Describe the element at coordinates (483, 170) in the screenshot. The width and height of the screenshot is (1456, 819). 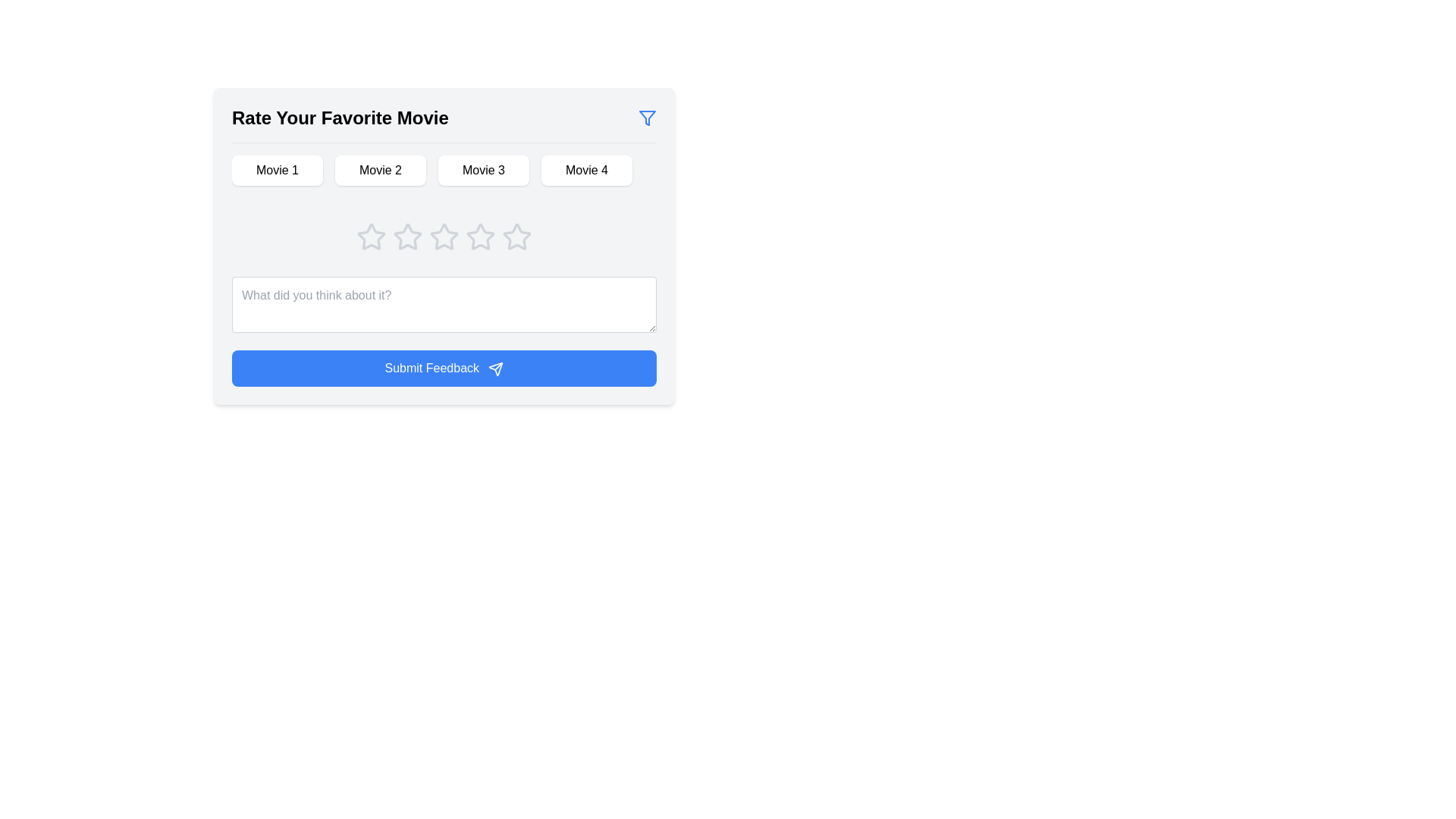
I see `the button labeled 'Movie 3,' which is a rectangular button with rounded corners and a white background` at that location.